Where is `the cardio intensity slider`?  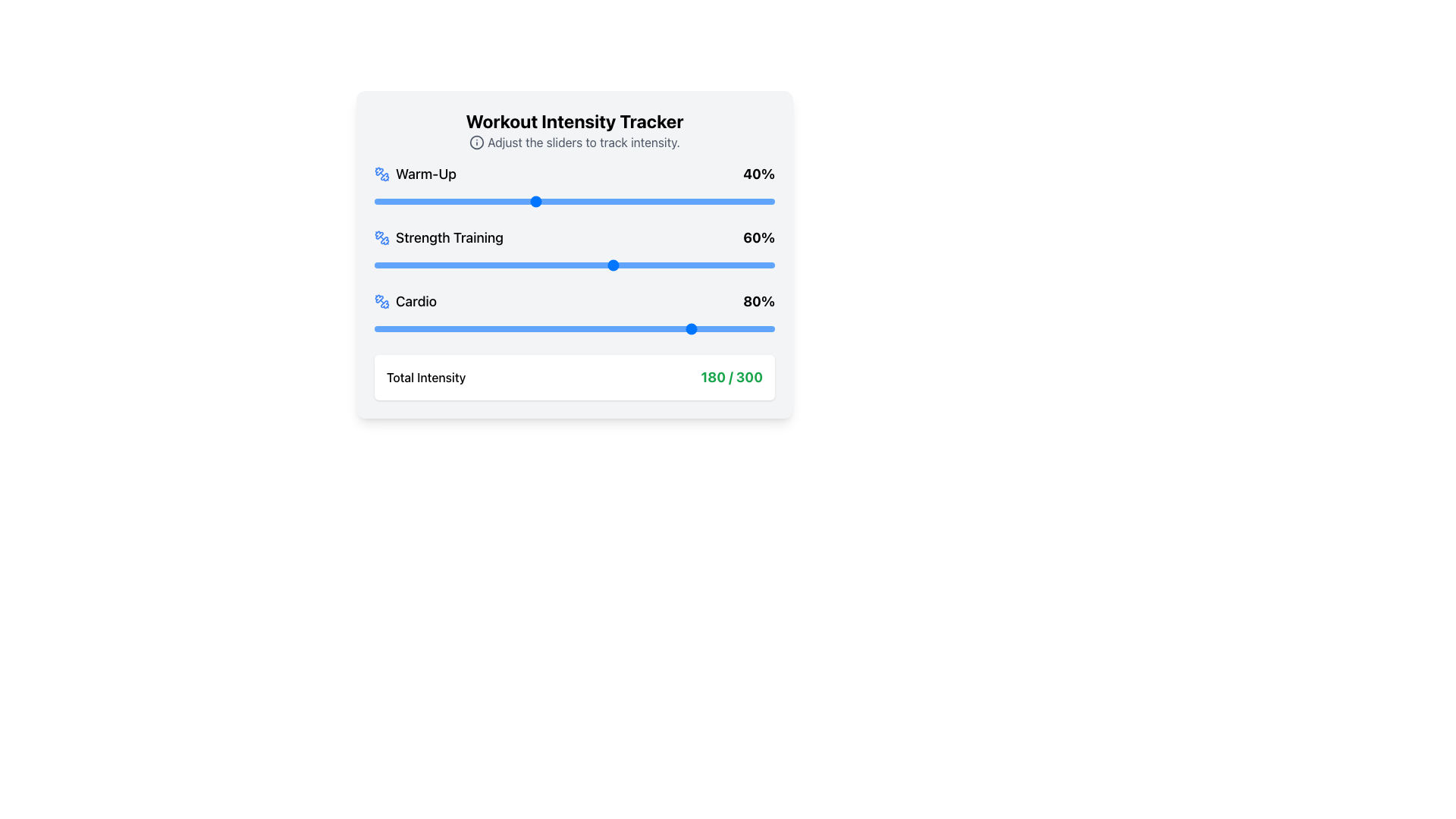
the cardio intensity slider is located at coordinates (473, 328).